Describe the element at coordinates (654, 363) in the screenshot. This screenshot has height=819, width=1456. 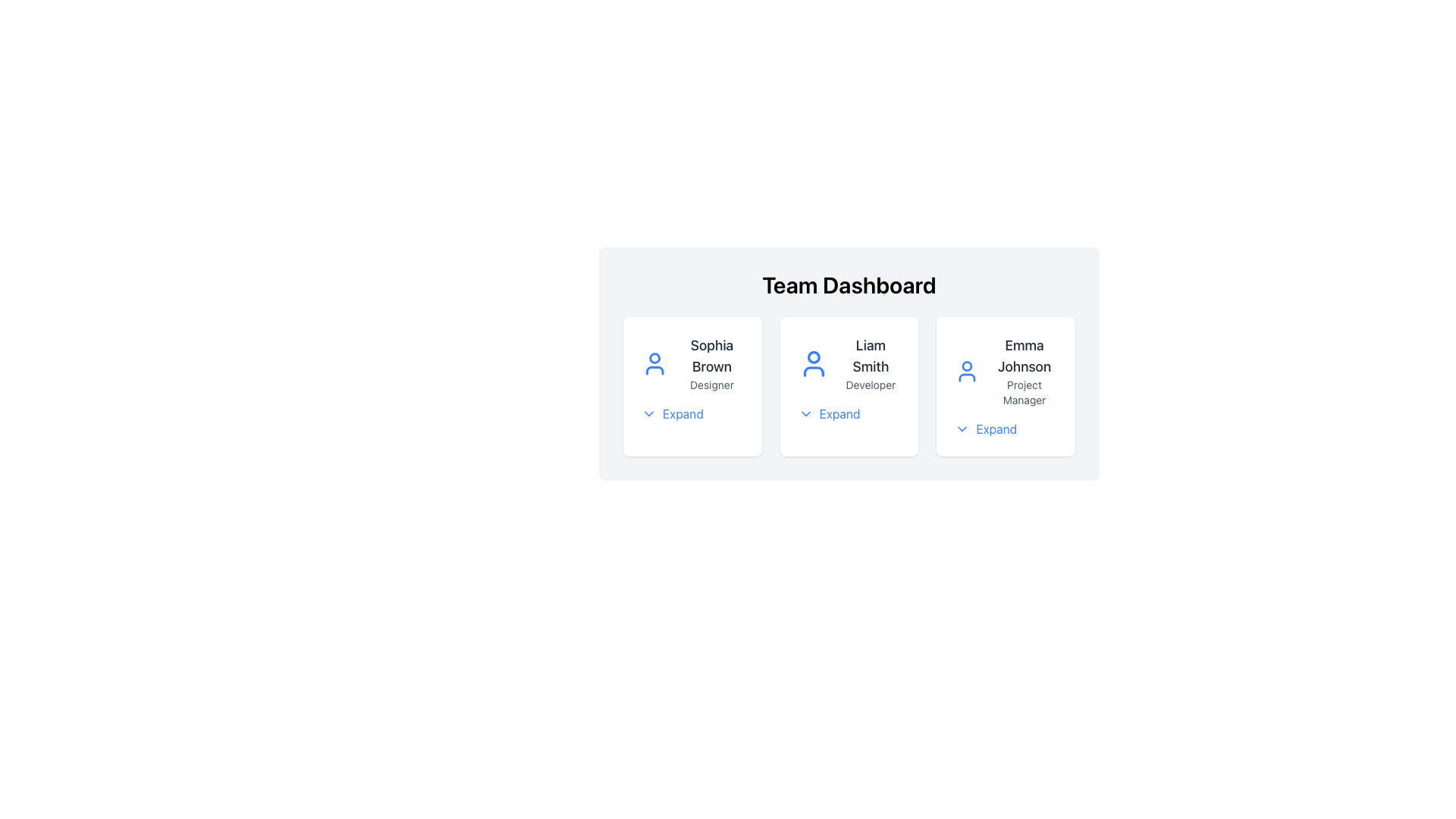
I see `the SVG Icon representing the user profile of Sophia Brown, located in the first column of the Team Dashboard section` at that location.